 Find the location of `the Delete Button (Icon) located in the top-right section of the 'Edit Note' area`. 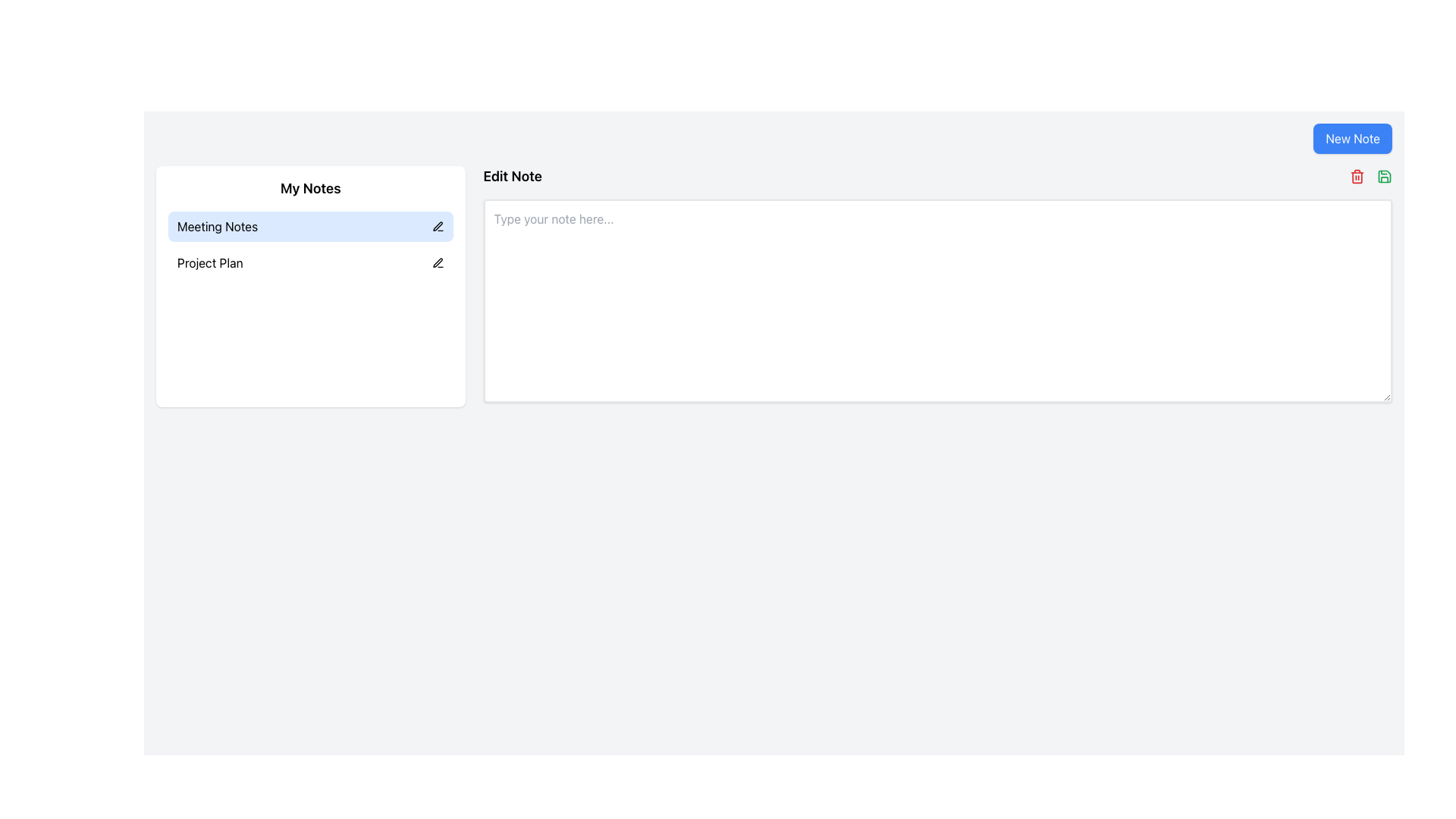

the Delete Button (Icon) located in the top-right section of the 'Edit Note' area is located at coordinates (1357, 175).